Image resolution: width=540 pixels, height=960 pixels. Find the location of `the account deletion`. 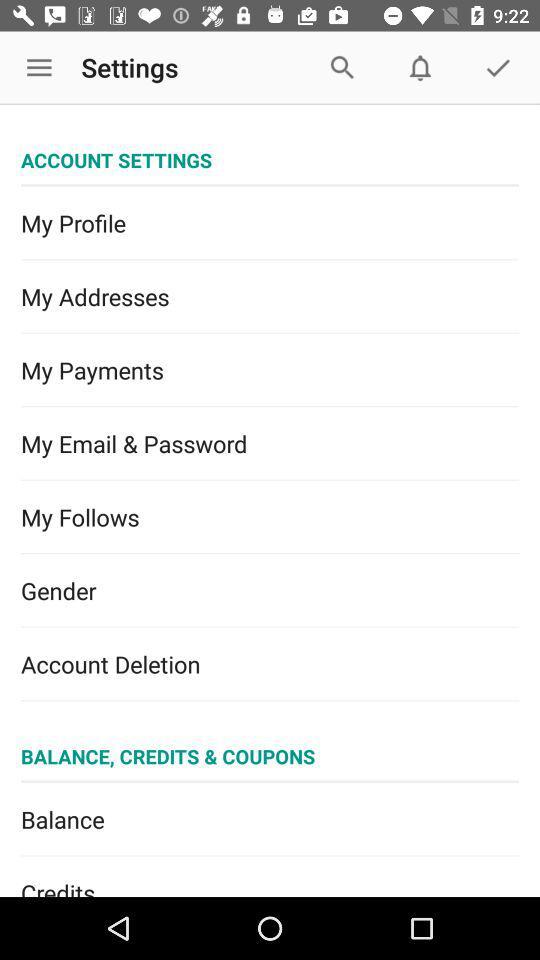

the account deletion is located at coordinates (270, 664).